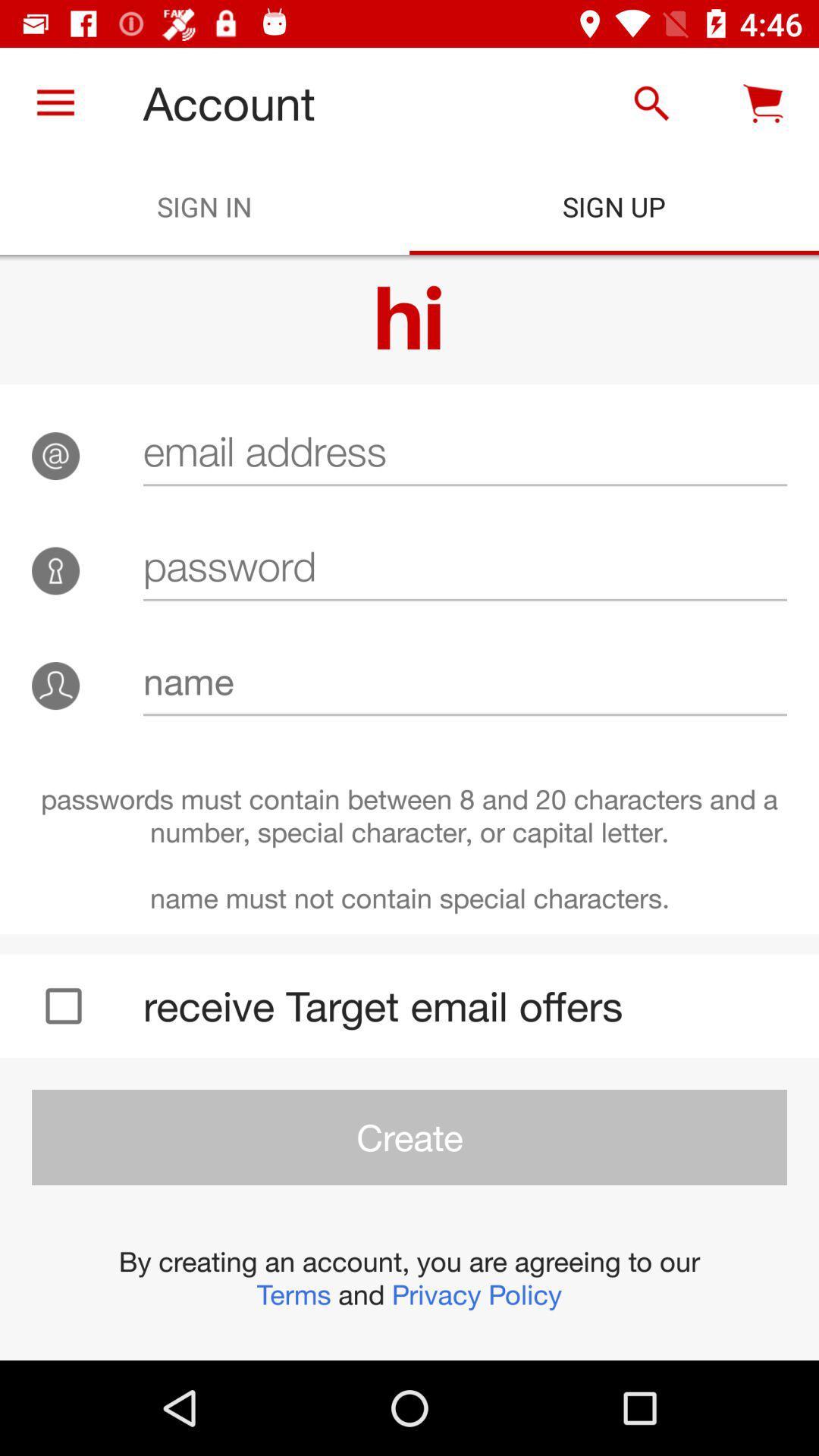 This screenshot has height=1456, width=819. I want to click on the by creating an icon, so click(409, 1277).